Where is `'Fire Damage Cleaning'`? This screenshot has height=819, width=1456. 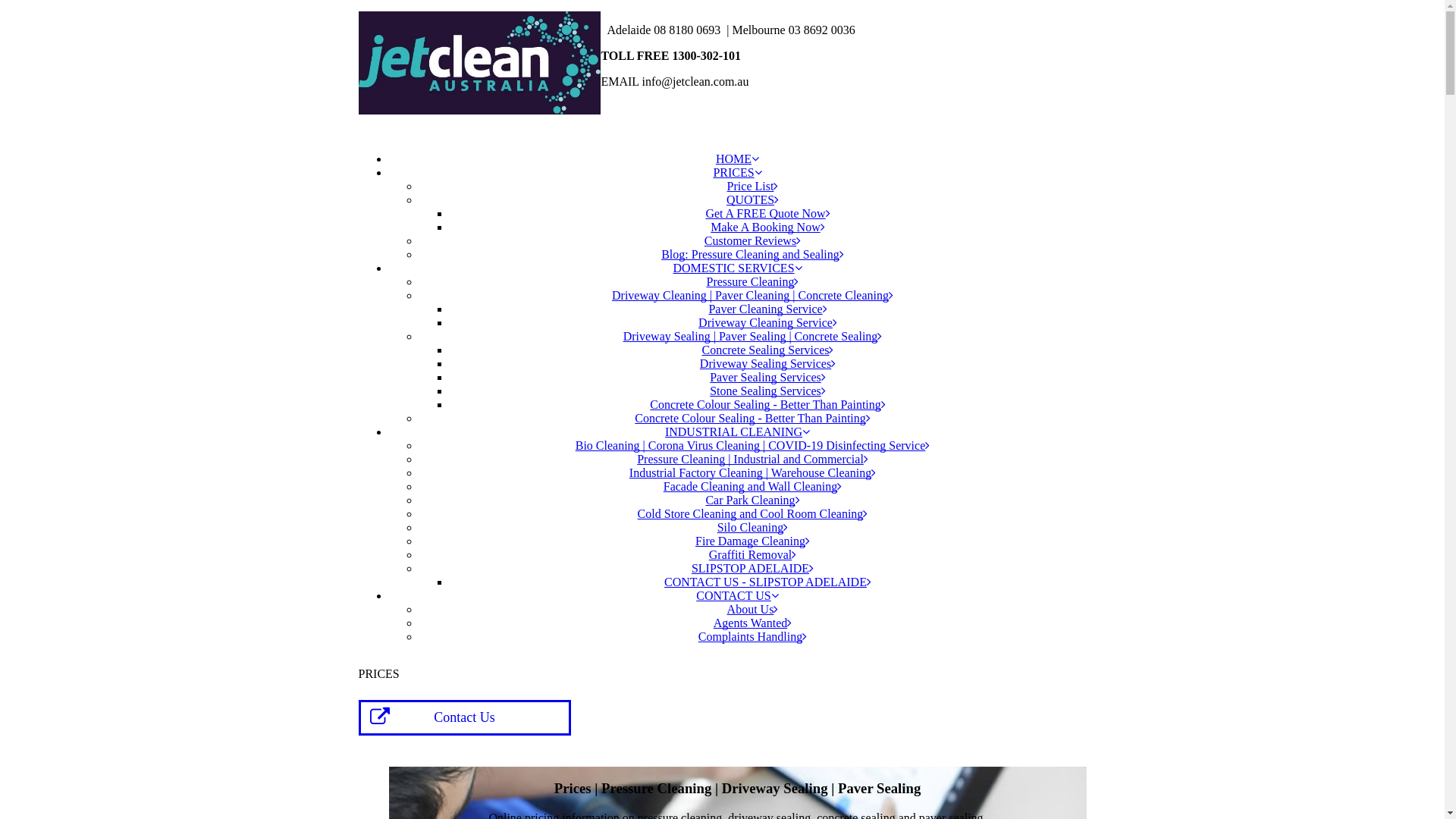 'Fire Damage Cleaning' is located at coordinates (694, 540).